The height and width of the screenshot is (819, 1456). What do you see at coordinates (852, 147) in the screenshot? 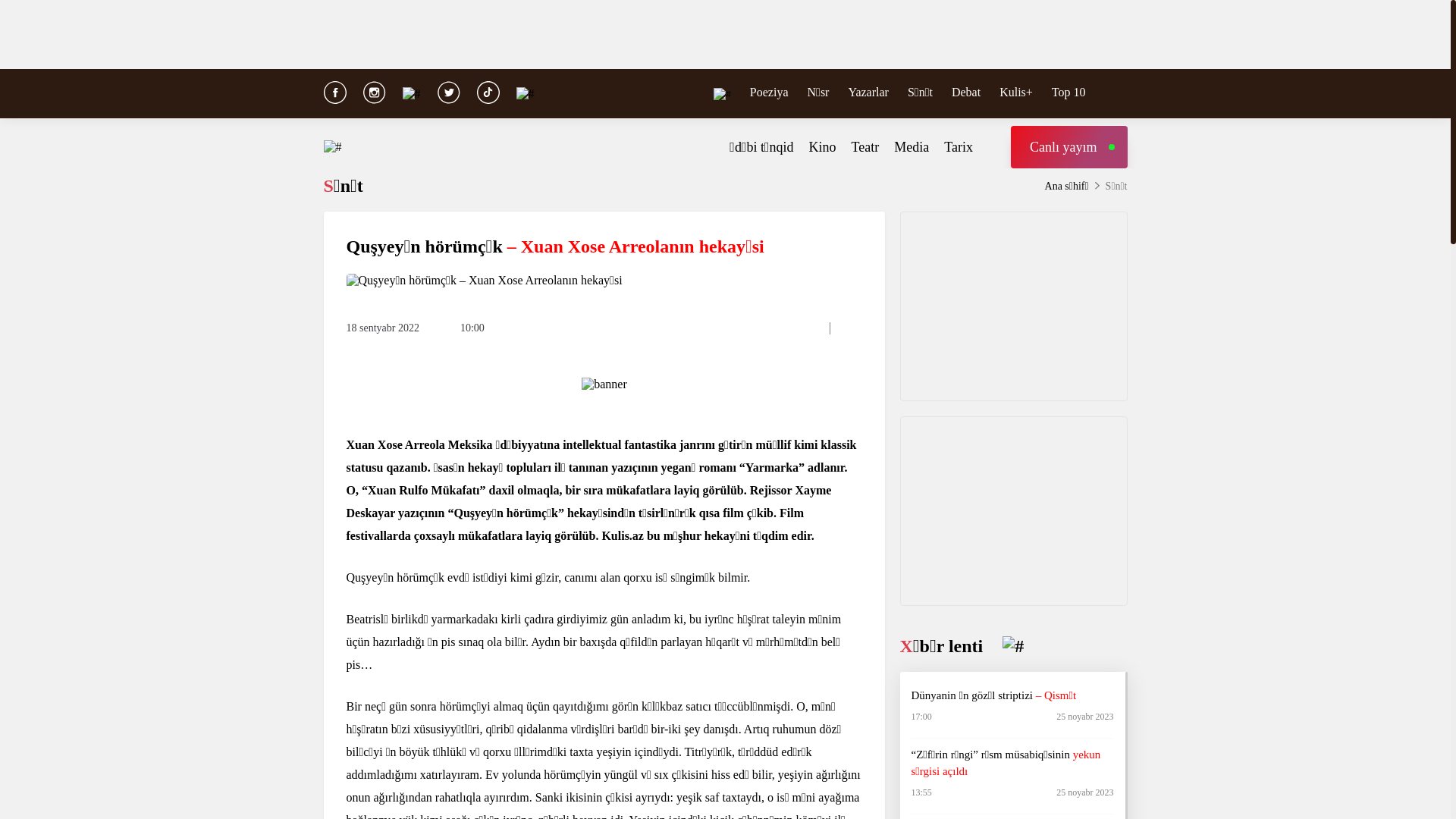
I see `'Teatr'` at bounding box center [852, 147].